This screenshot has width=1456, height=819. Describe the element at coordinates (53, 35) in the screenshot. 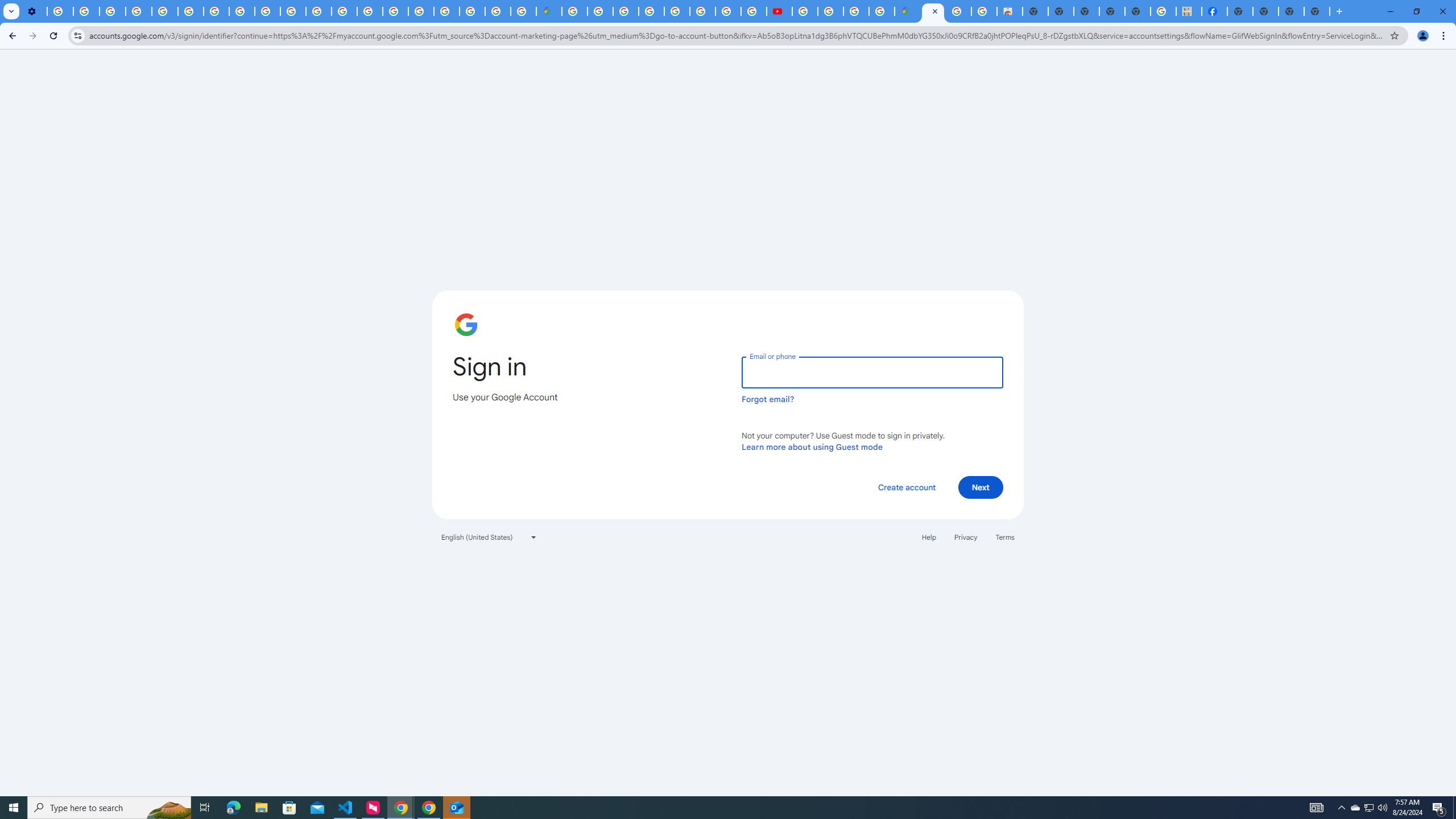

I see `'Reload'` at that location.